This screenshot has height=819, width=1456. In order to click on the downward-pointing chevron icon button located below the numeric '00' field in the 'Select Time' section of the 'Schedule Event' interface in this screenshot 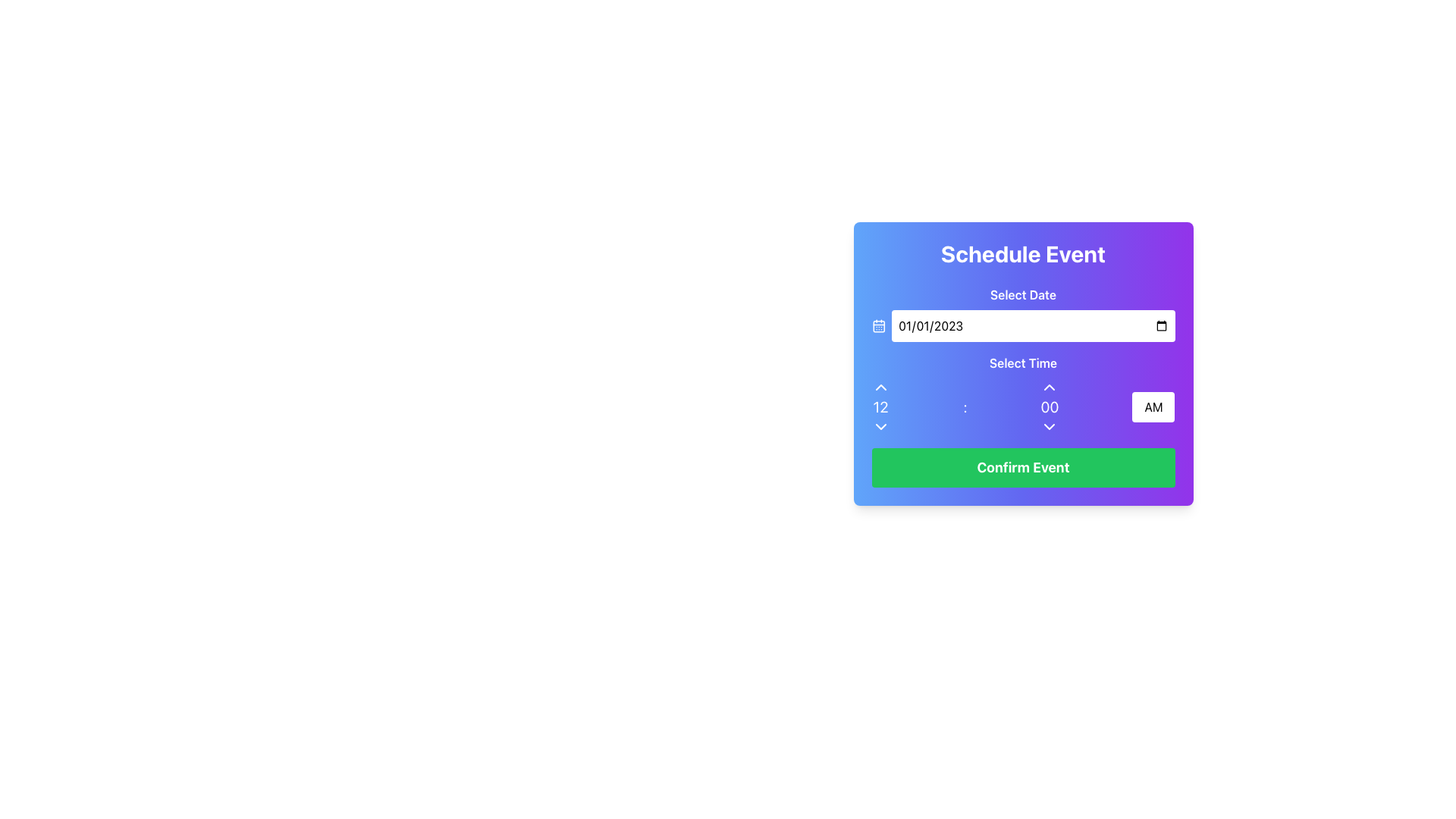, I will do `click(1049, 427)`.